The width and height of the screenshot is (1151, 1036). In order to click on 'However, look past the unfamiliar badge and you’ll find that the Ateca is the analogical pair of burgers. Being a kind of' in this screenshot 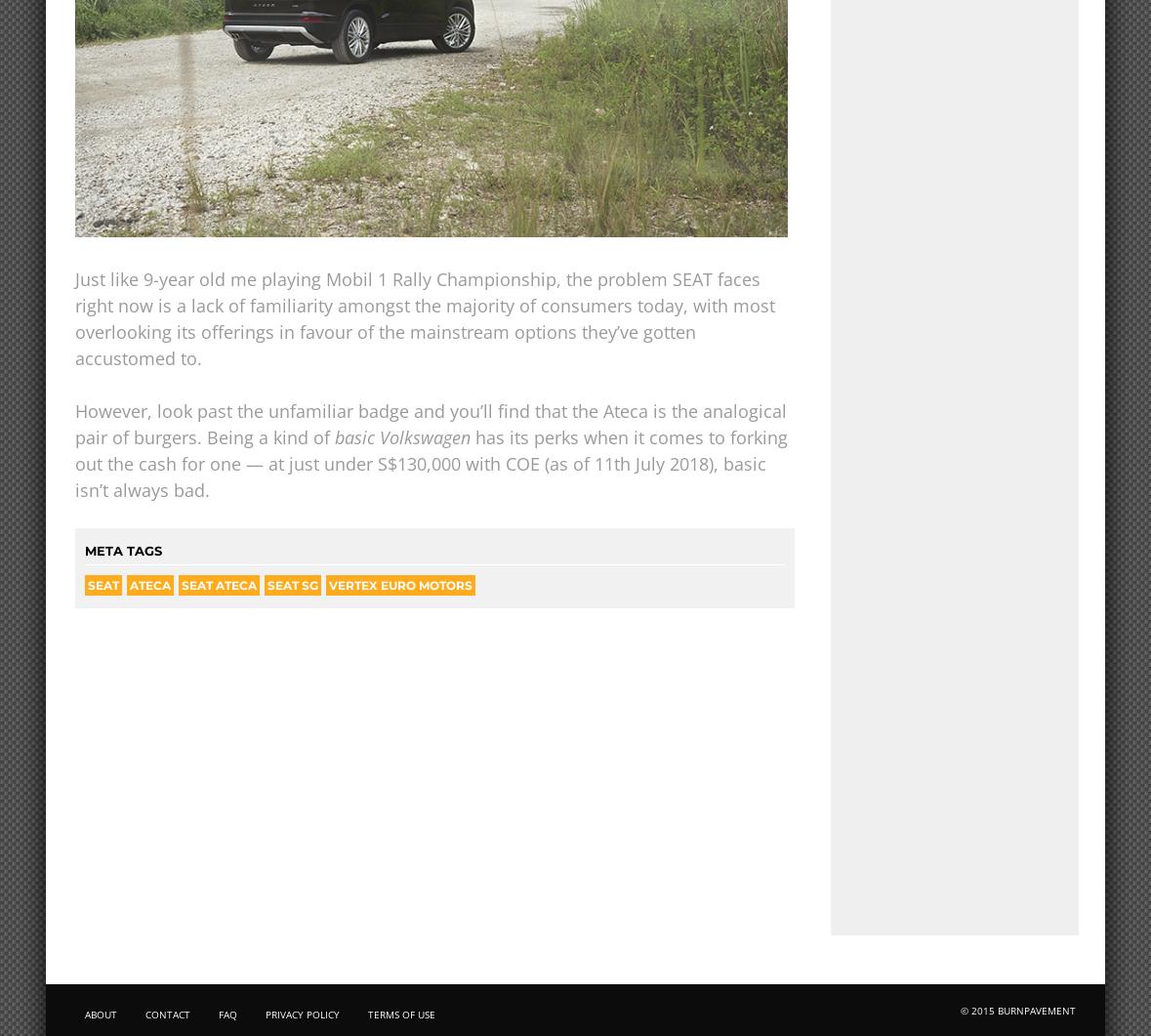, I will do `click(73, 424)`.